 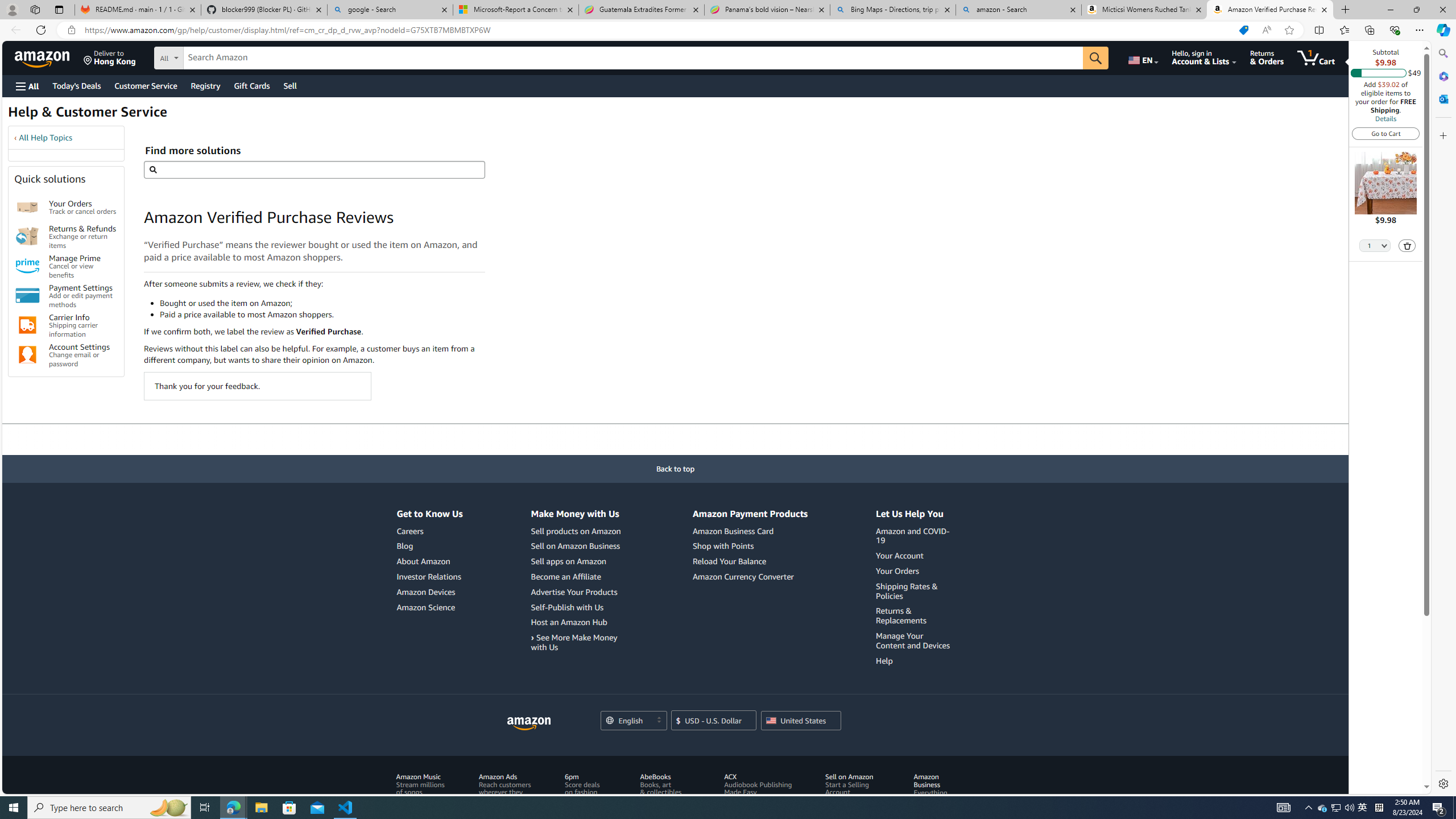 What do you see at coordinates (884, 660) in the screenshot?
I see `'Help'` at bounding box center [884, 660].